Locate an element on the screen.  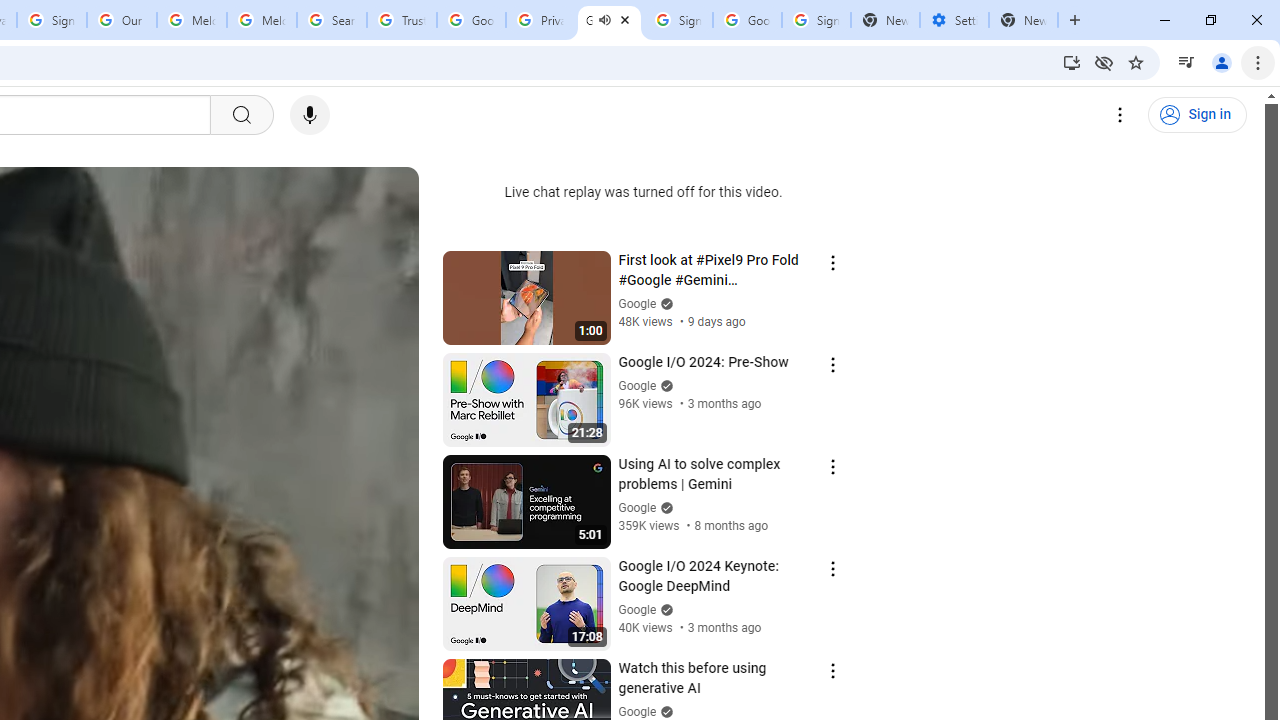
'Google Ads - Sign in' is located at coordinates (470, 20).